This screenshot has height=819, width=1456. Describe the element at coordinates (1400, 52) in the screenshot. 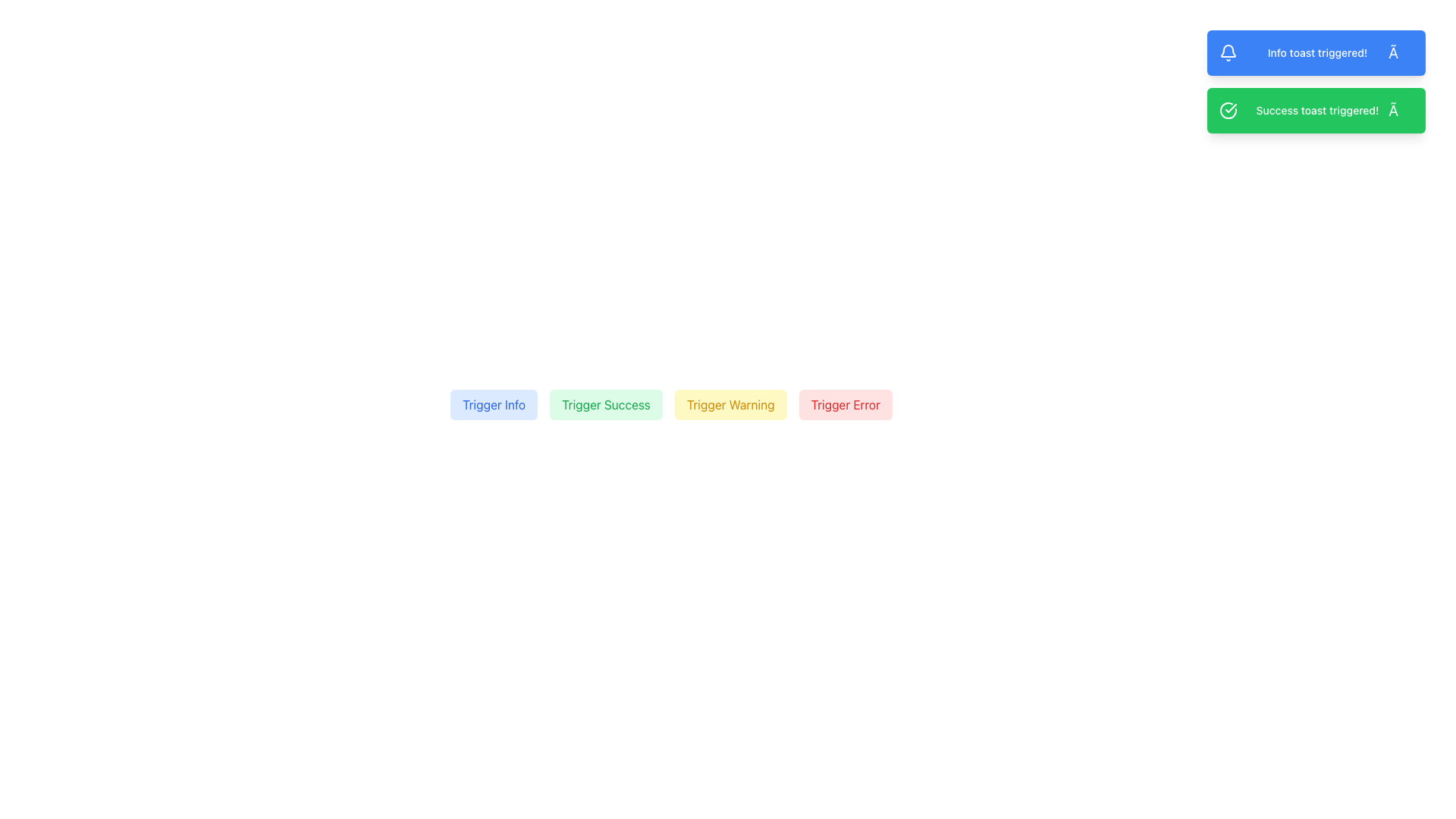

I see `the close button located at the right-most position of the blue notification bar` at that location.